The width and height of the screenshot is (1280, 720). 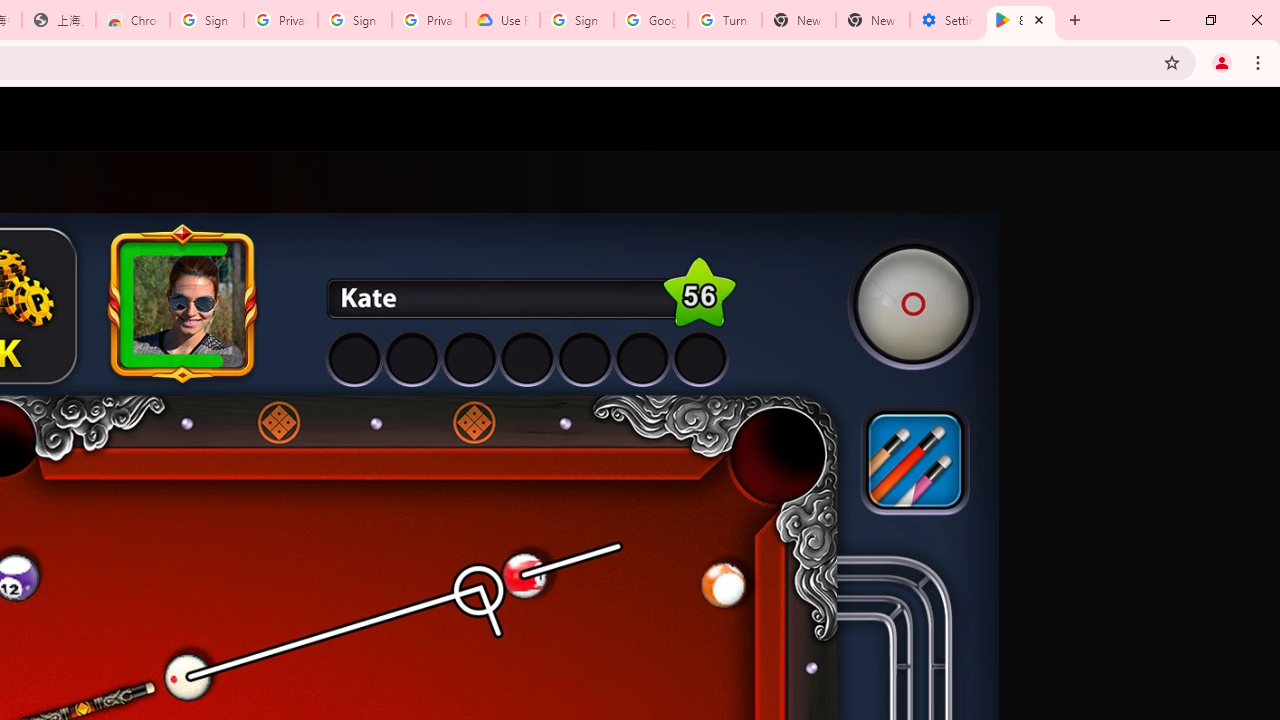 What do you see at coordinates (132, 20) in the screenshot?
I see `'Chrome Web Store - Color themes by Chrome'` at bounding box center [132, 20].